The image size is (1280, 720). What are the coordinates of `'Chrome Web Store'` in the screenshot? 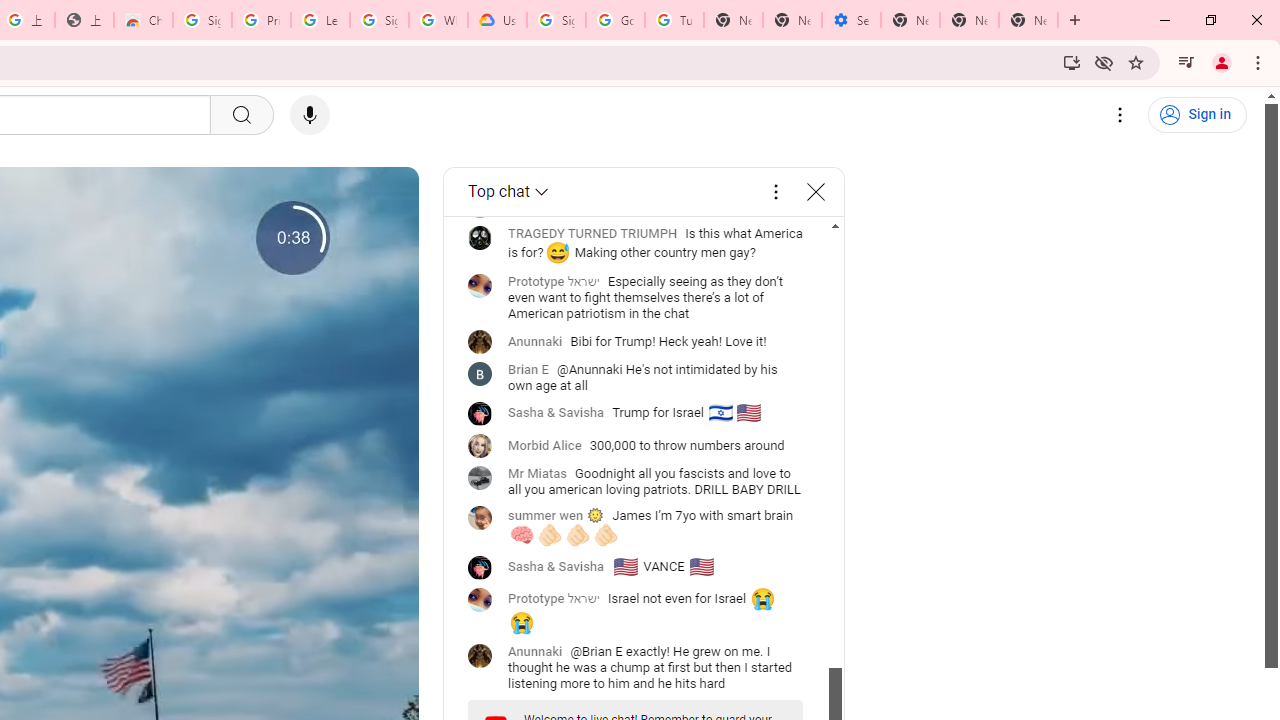 It's located at (142, 20).